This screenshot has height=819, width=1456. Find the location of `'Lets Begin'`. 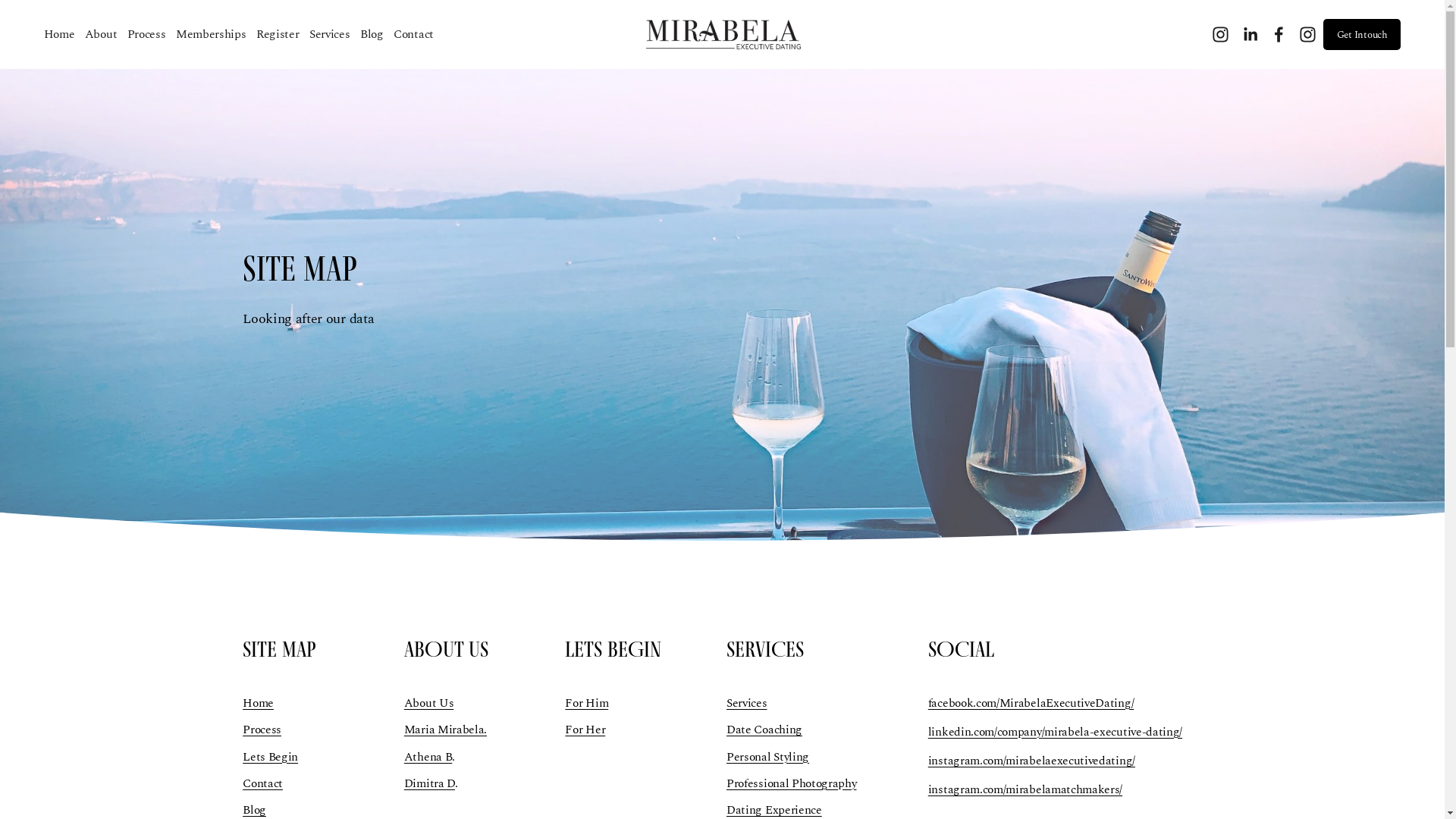

'Lets Begin' is located at coordinates (243, 757).